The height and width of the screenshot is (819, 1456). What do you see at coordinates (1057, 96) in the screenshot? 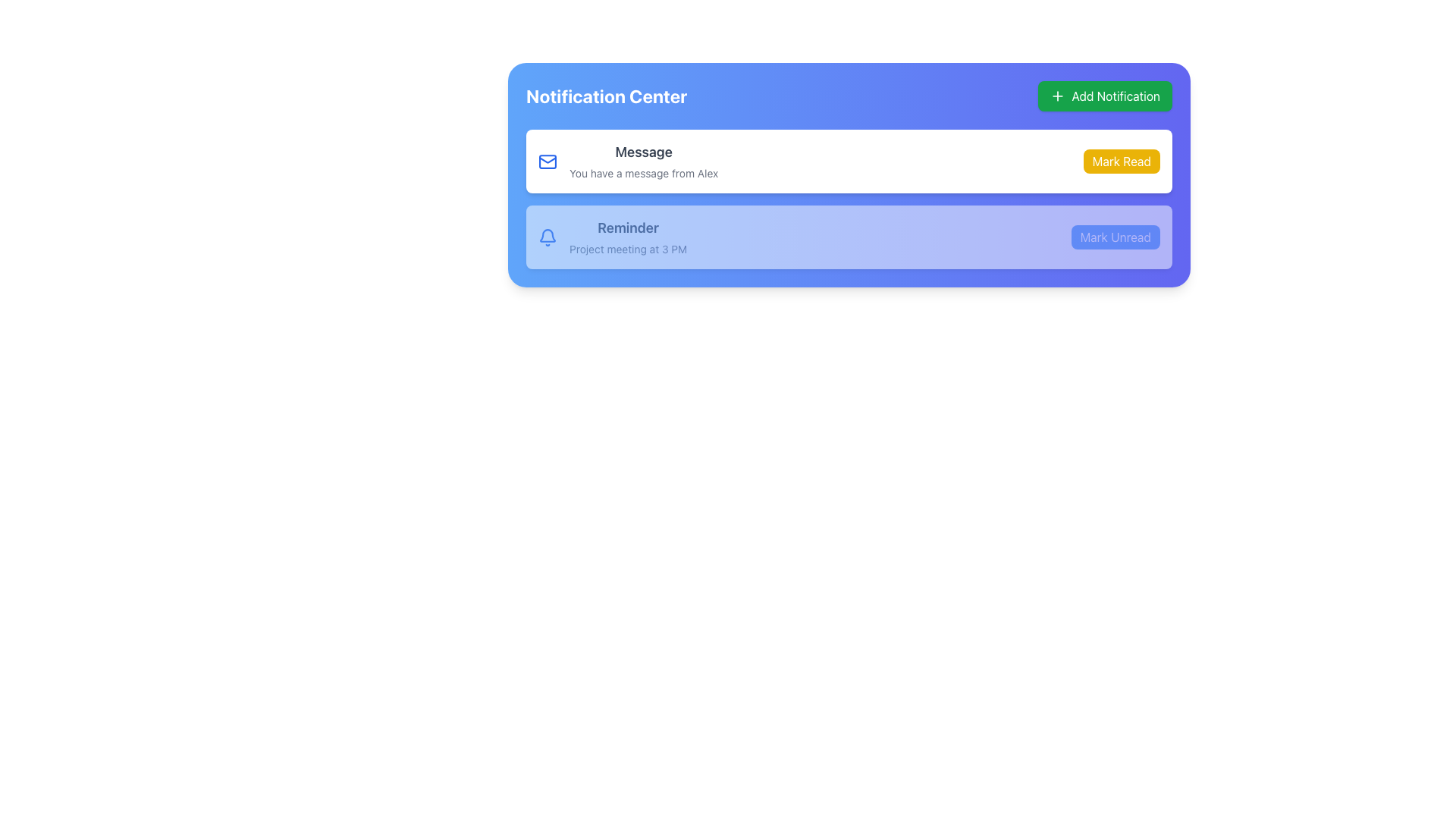
I see `the plus sign icon located on the left side of the green 'Add Notification' button` at bounding box center [1057, 96].